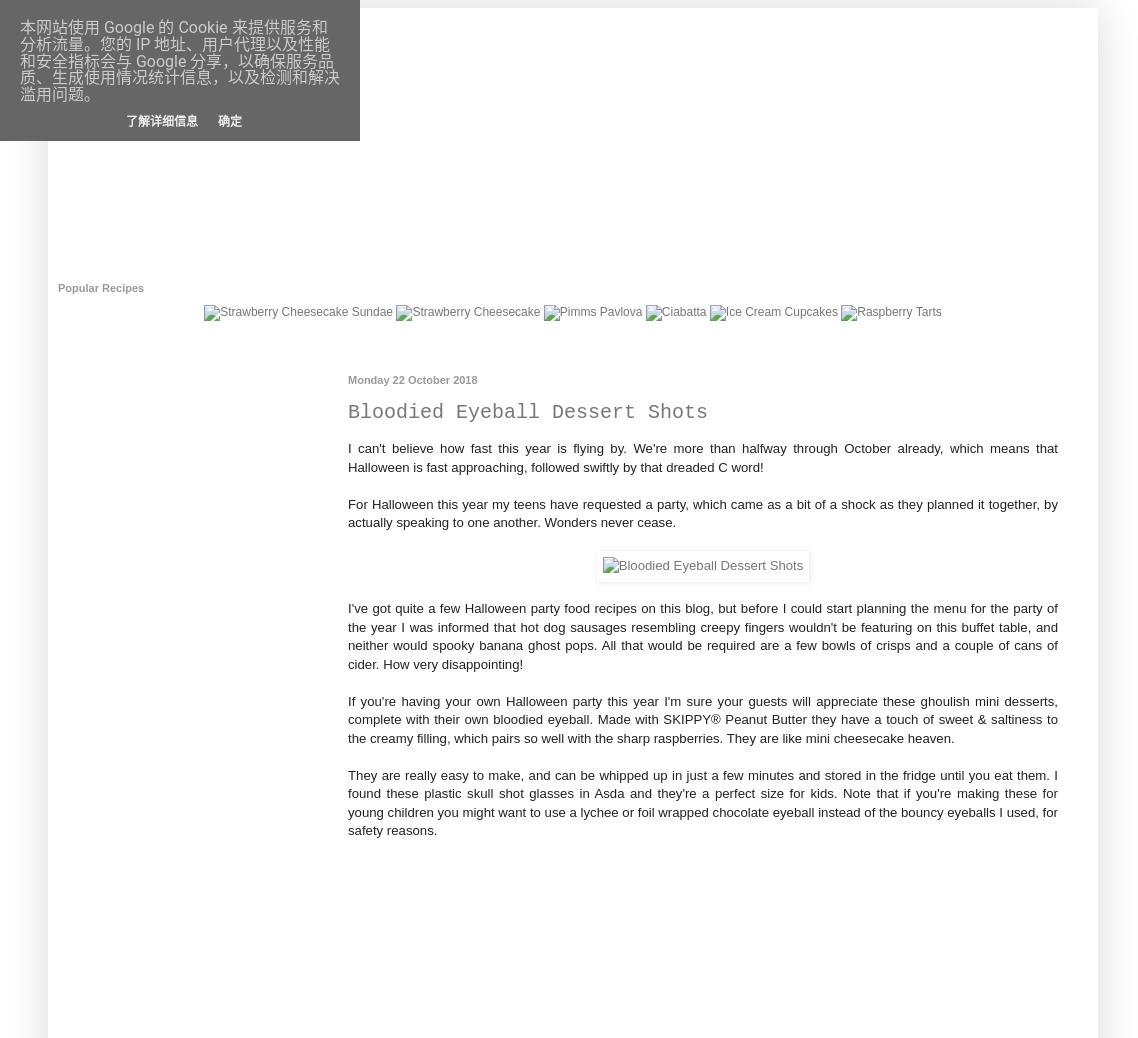 Image resolution: width=1138 pixels, height=1038 pixels. Describe the element at coordinates (703, 634) in the screenshot. I see `'I've got quite a few Halloween party food recipes on this blog, but before I could start planning the menu for the party of the year I was informed that hot dog sausages resembling creepy fingers wouldn't be featuring on this buffet table, and neither would spooky banana ghost pops. All that would be required are a few bowls of crisps and a couple of cans of cider. How very disappointing!'` at that location.